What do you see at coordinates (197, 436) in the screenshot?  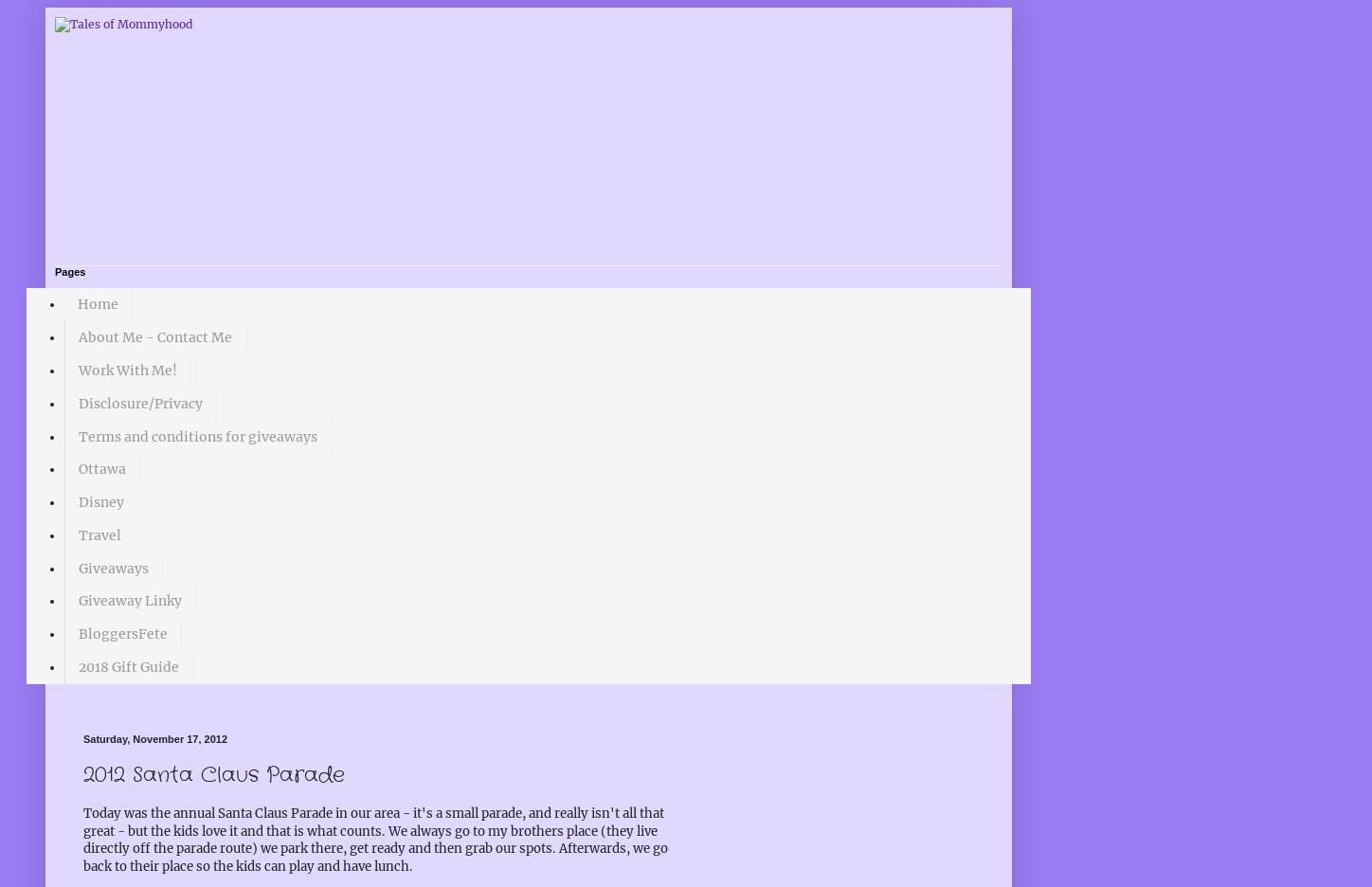 I see `'Terms and conditions for giveaways'` at bounding box center [197, 436].